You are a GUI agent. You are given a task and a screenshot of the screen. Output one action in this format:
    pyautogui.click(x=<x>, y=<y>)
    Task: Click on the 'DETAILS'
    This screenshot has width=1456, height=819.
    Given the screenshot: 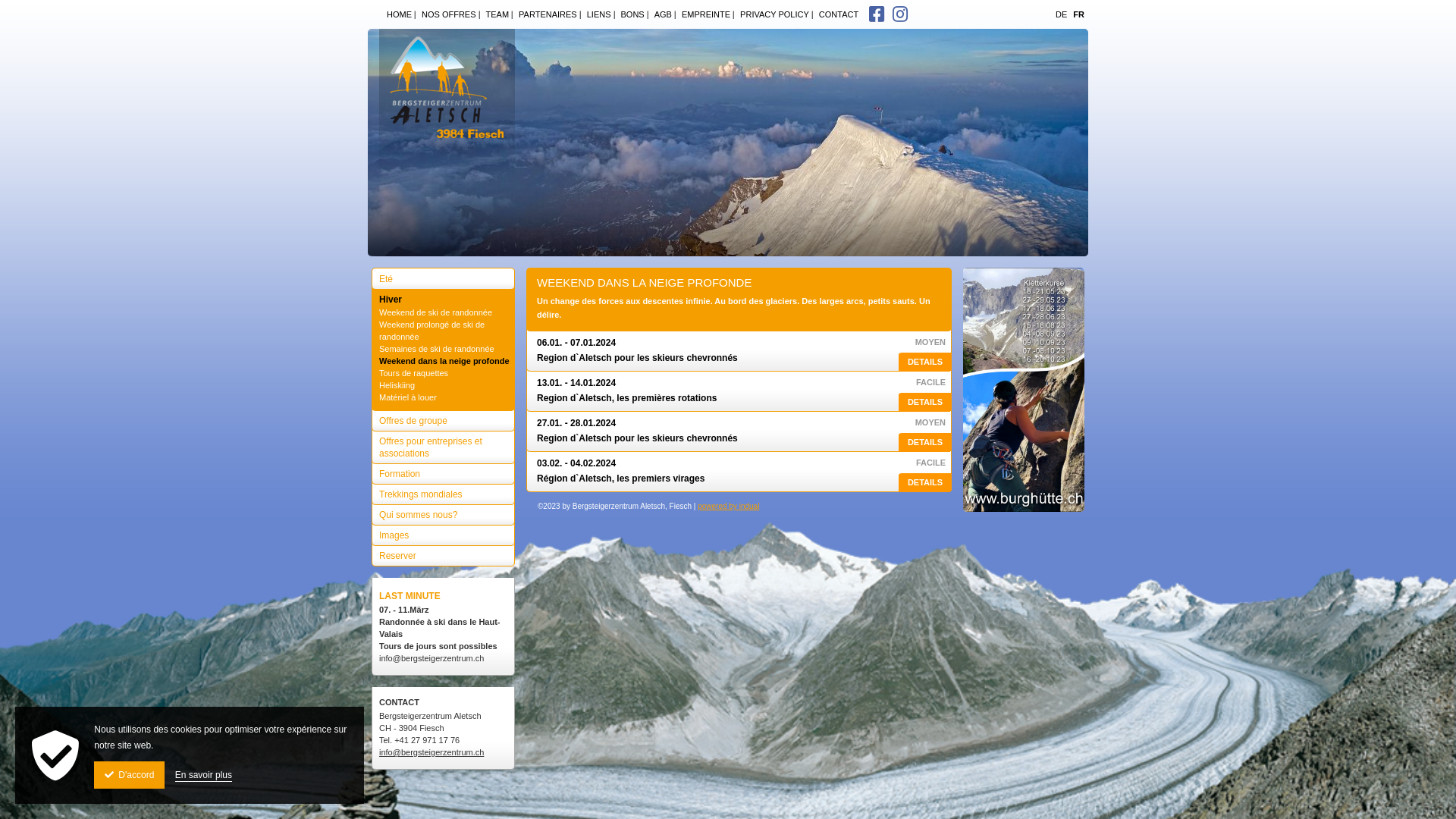 What is the action you would take?
    pyautogui.click(x=924, y=401)
    